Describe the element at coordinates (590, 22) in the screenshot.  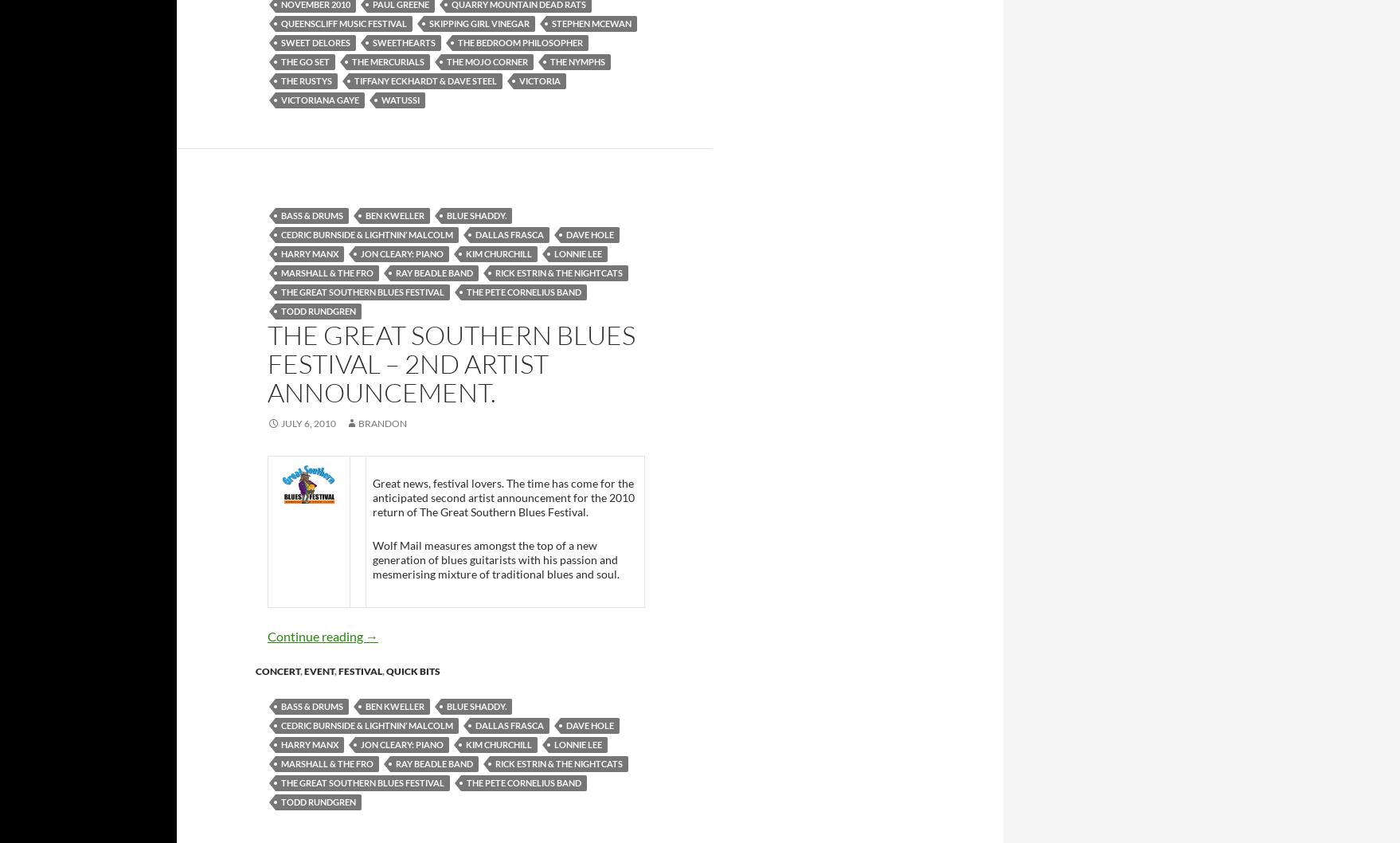
I see `'Stephen McEwan'` at that location.